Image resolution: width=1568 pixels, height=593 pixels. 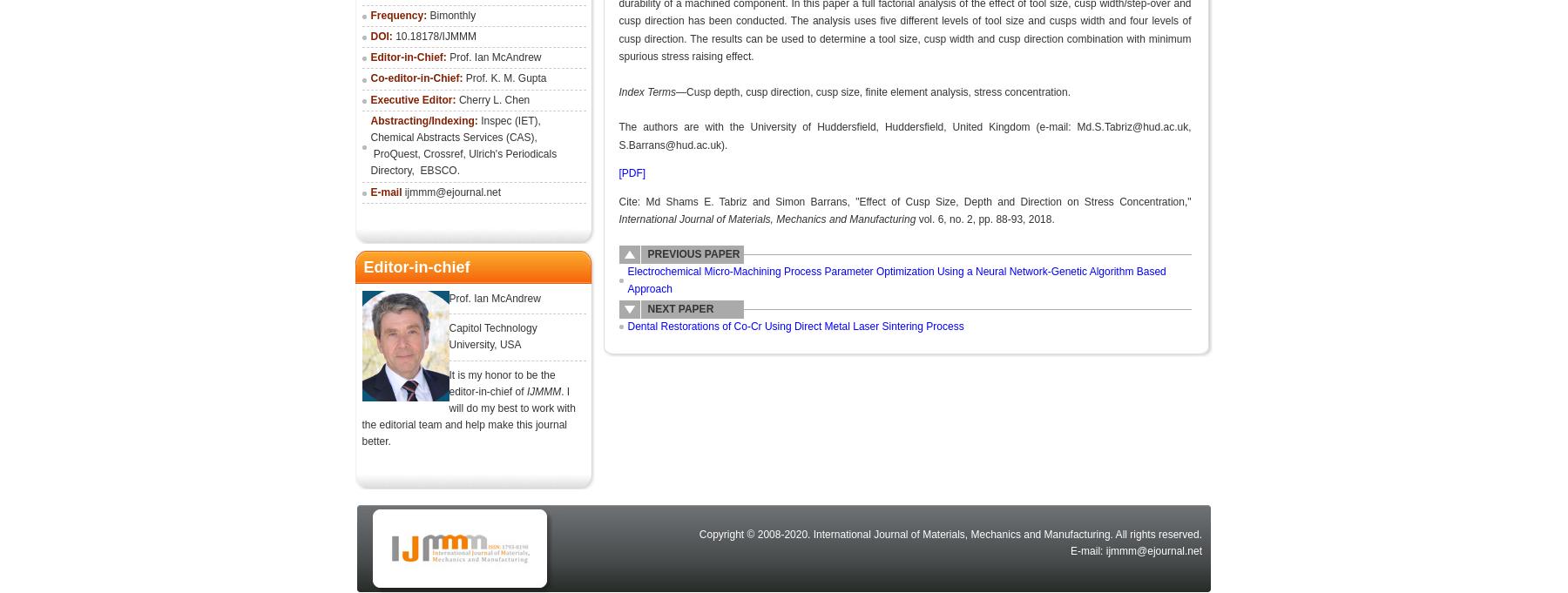 What do you see at coordinates (451, 192) in the screenshot?
I see `'ijmmm@ejournal.net'` at bounding box center [451, 192].